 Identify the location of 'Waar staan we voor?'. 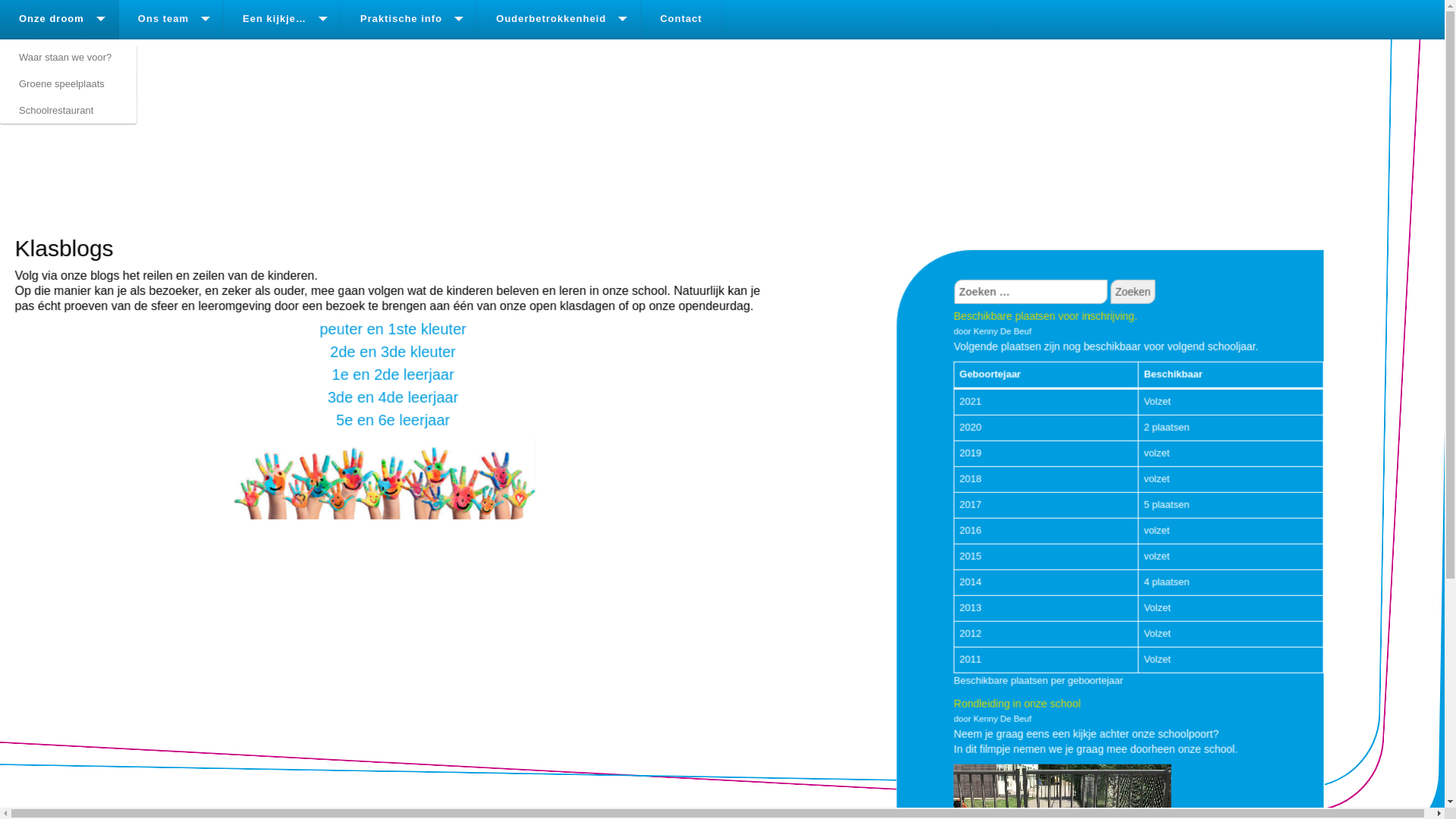
(0, 56).